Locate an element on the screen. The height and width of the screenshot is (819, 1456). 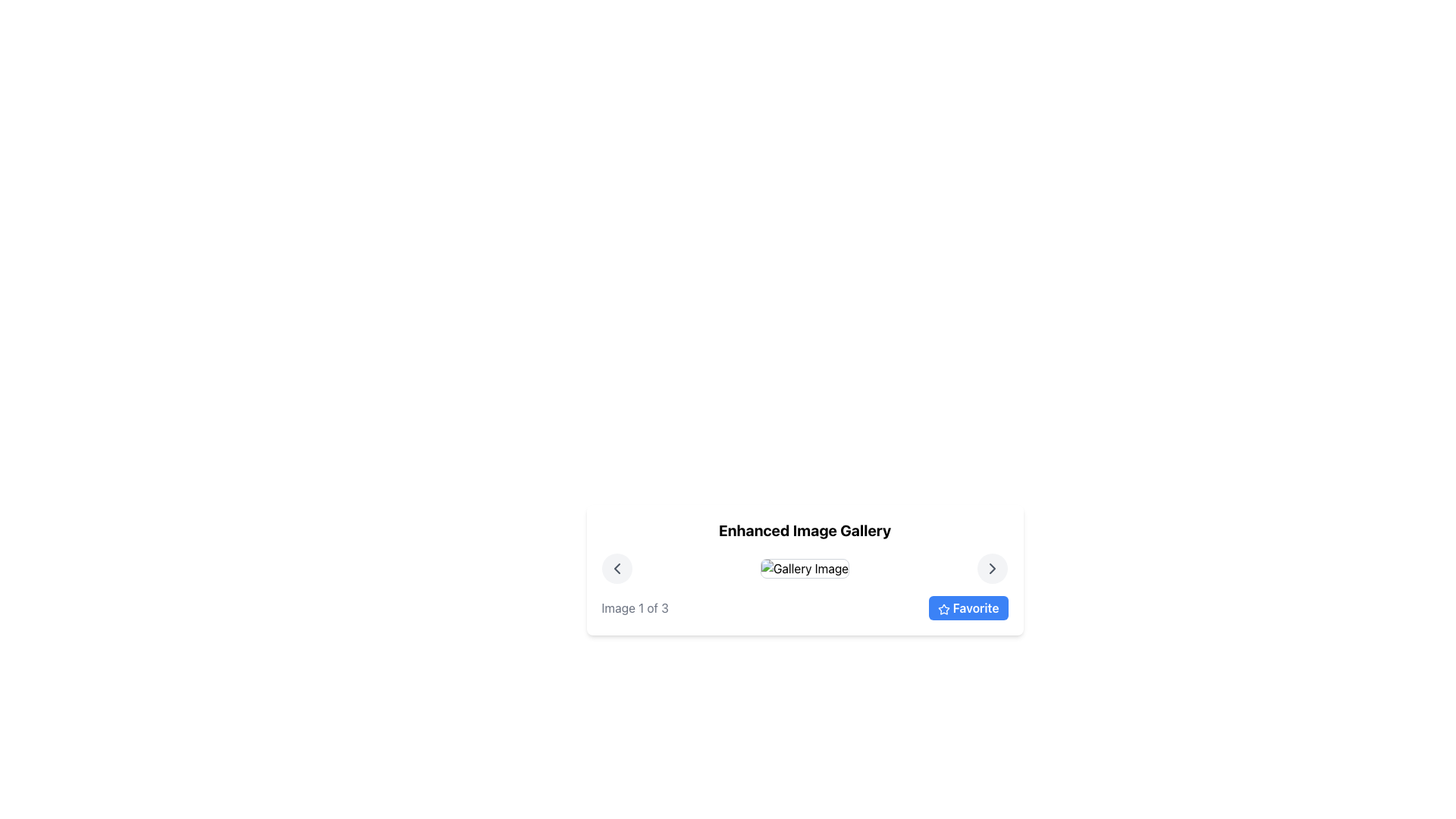
the decorative star icon embedded in the 'Favorite' button to interact with the 'Favorite' functionality is located at coordinates (943, 608).